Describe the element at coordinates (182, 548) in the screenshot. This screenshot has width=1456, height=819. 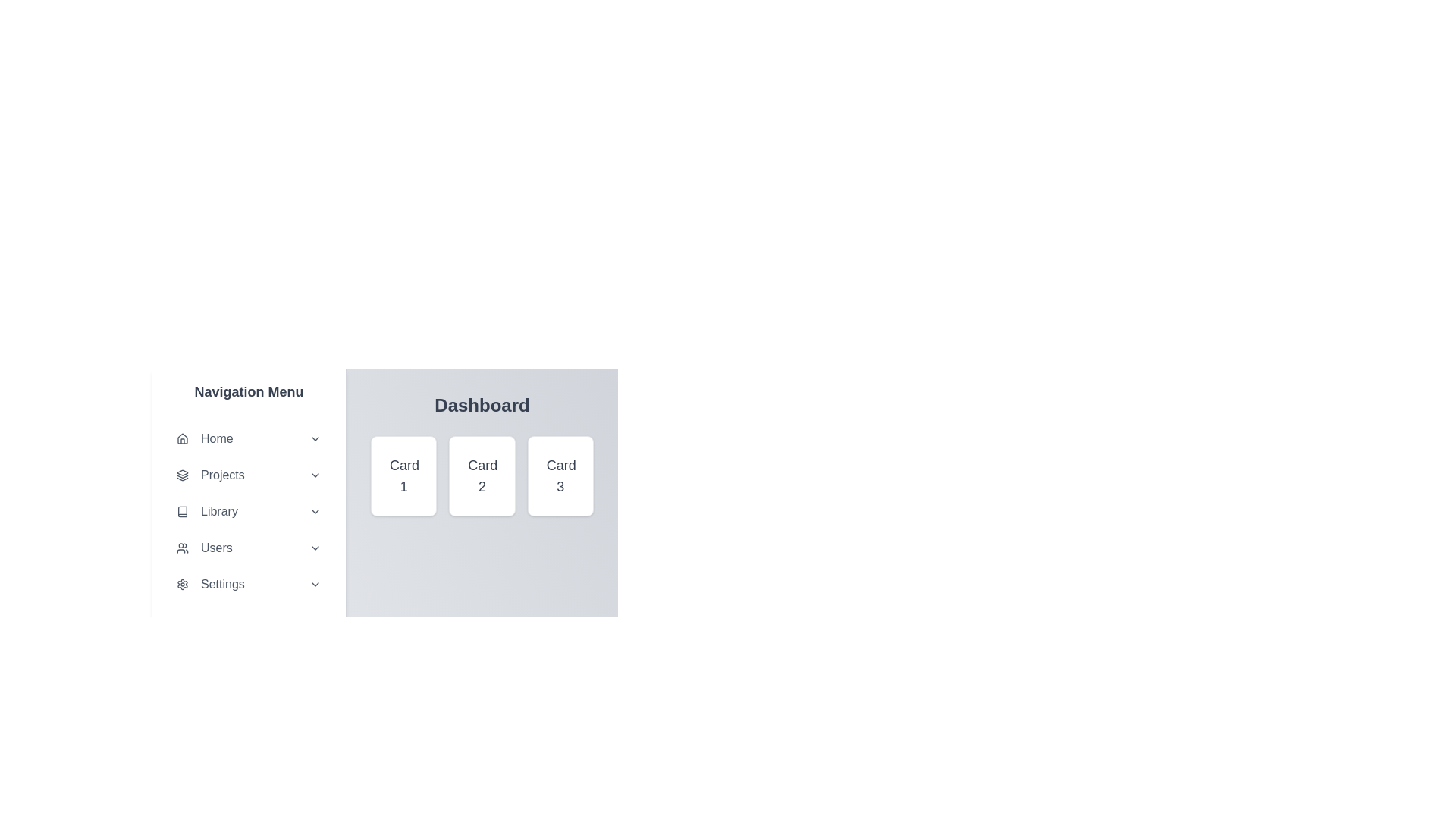
I see `the SVG icon representing a group of users, which is part of the navigation menu entry labeled 'Users'. This icon is located on the left side of the menu, preceding the 'Users' label` at that location.